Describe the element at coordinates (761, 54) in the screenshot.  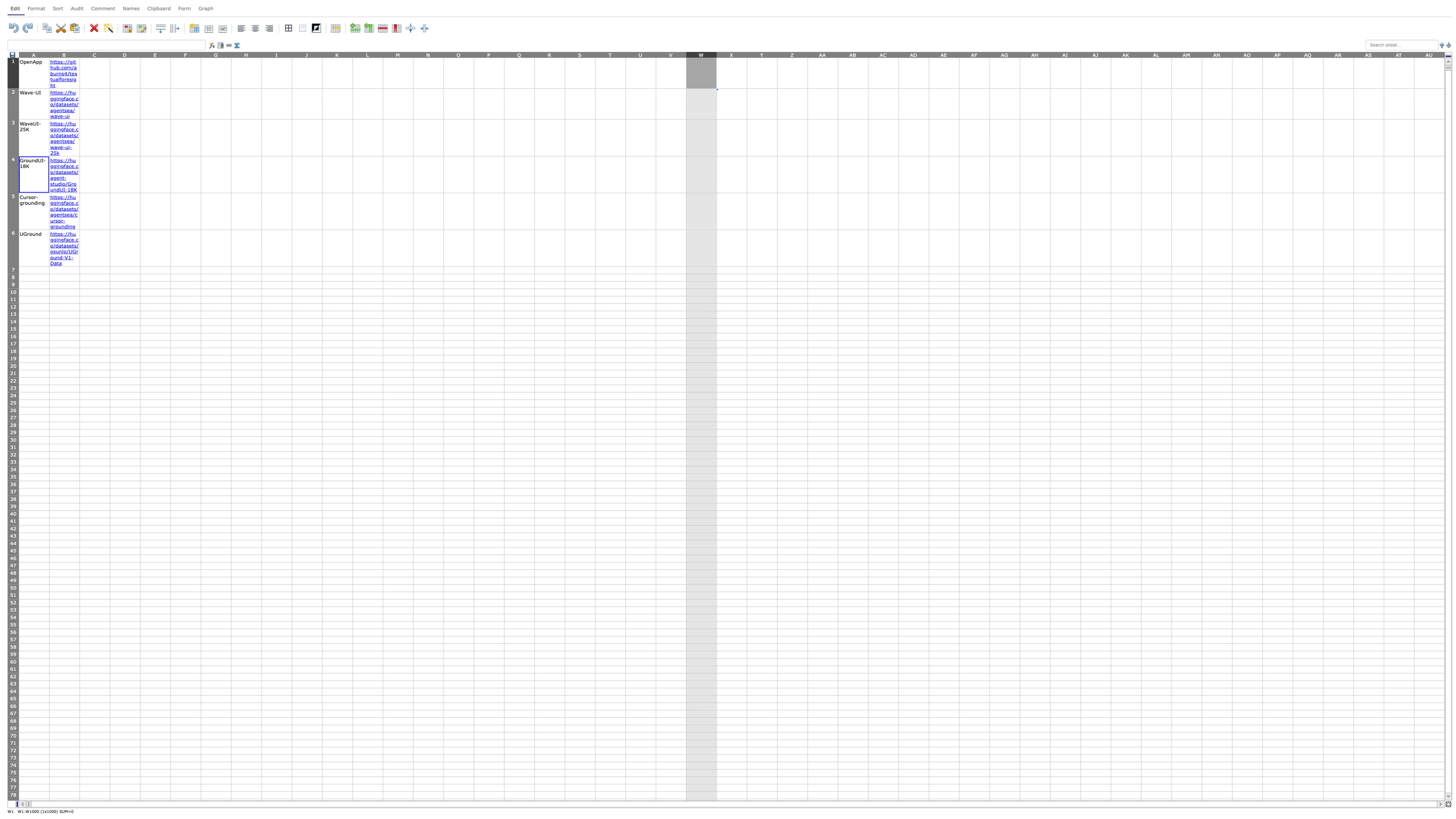
I see `column header Y` at that location.